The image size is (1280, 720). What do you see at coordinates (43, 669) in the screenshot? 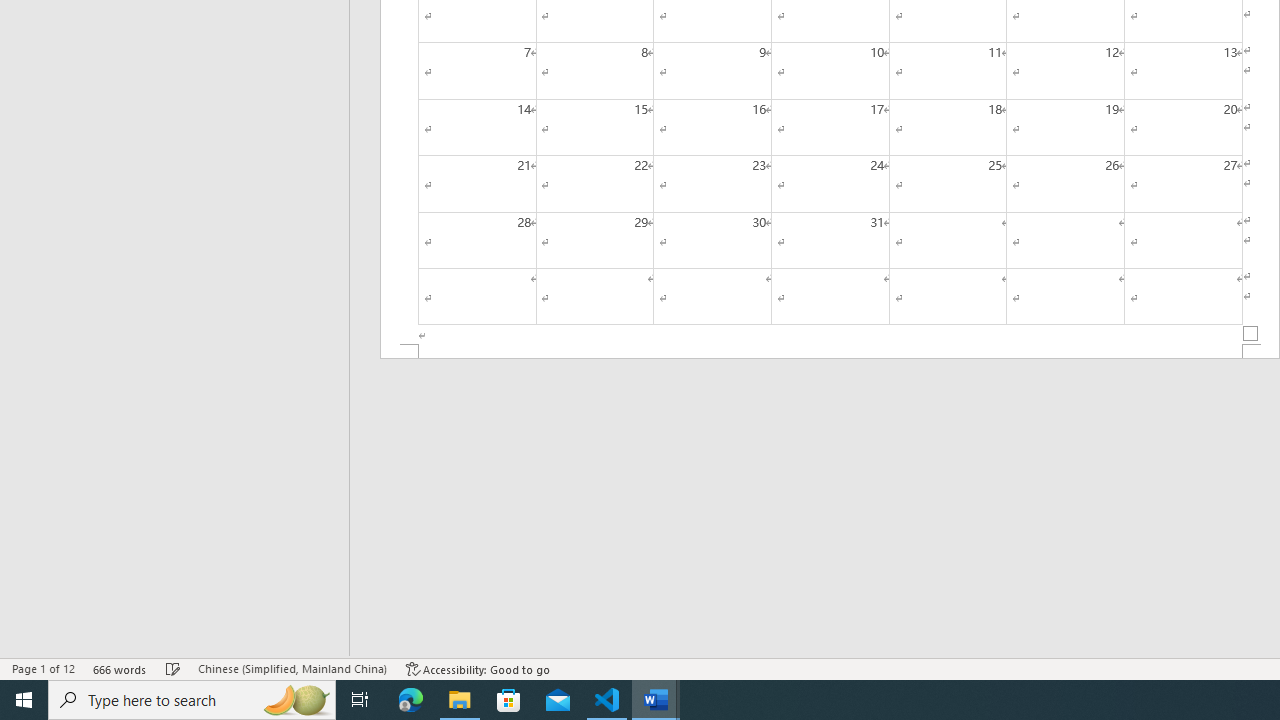
I see `'Page Number Page 1 of 12'` at bounding box center [43, 669].